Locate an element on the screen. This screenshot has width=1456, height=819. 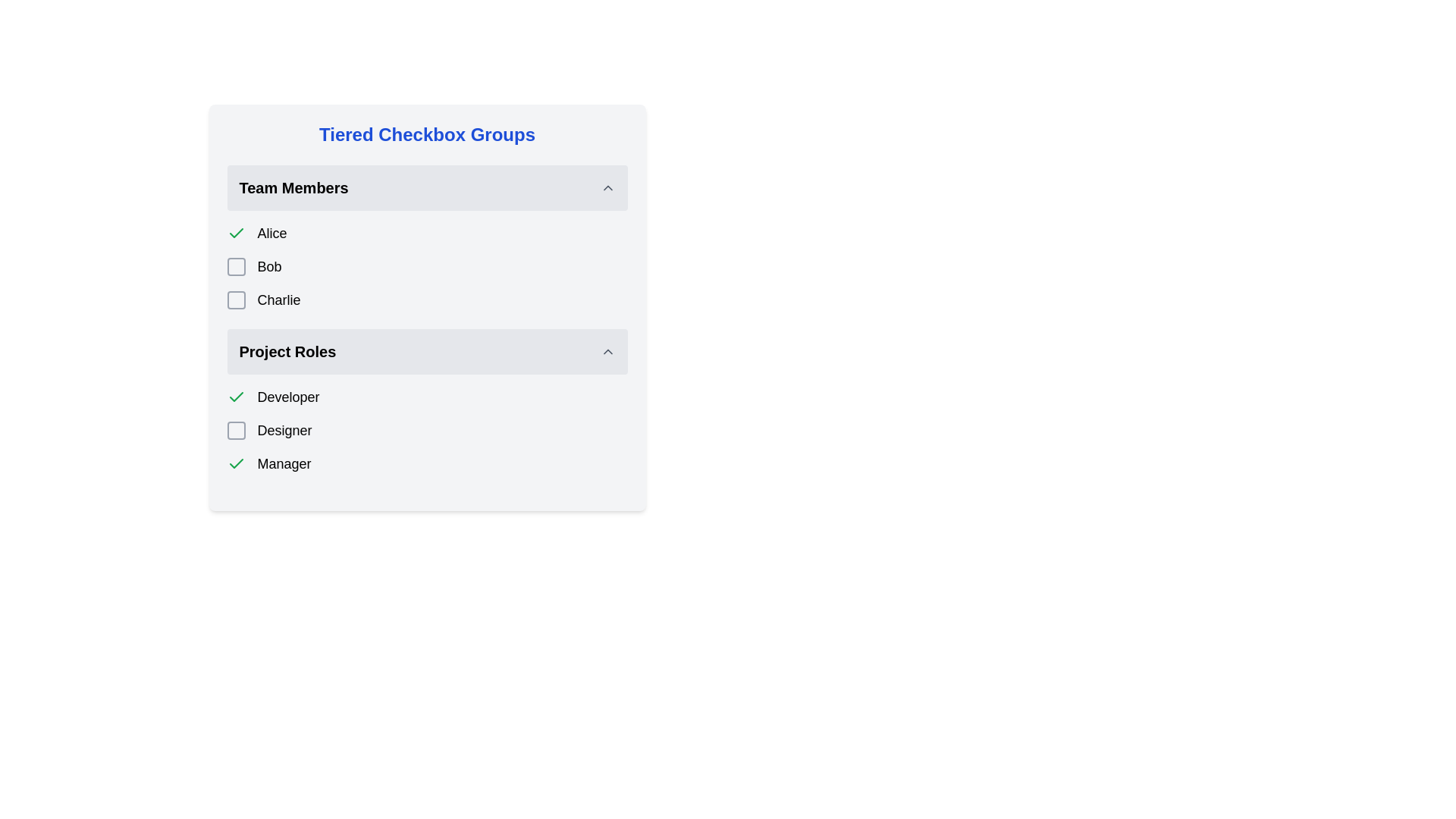
the text label 'Manager' within the 'Project Roles' section is located at coordinates (284, 463).